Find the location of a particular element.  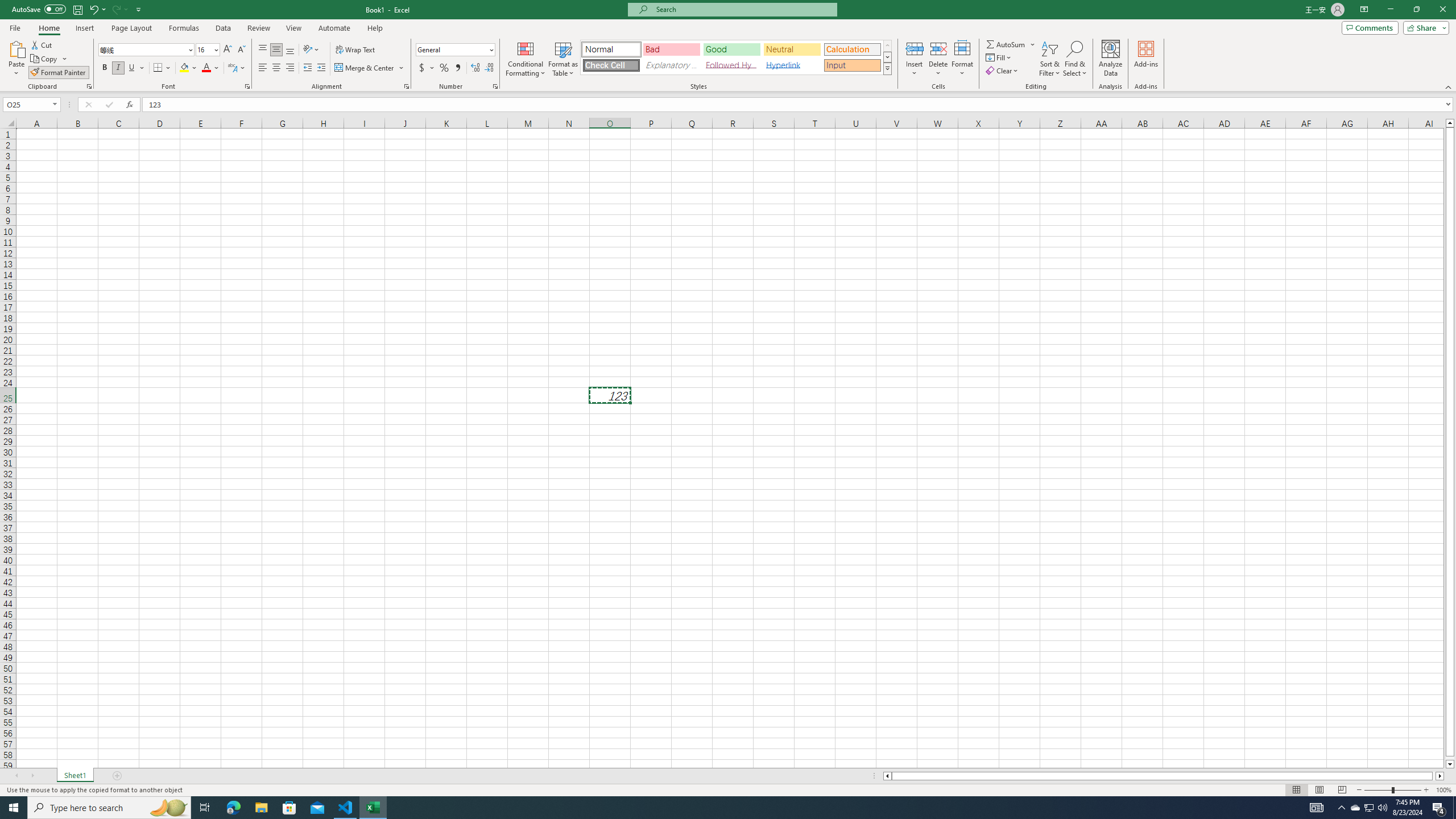

'Neutral' is located at coordinates (791, 49).